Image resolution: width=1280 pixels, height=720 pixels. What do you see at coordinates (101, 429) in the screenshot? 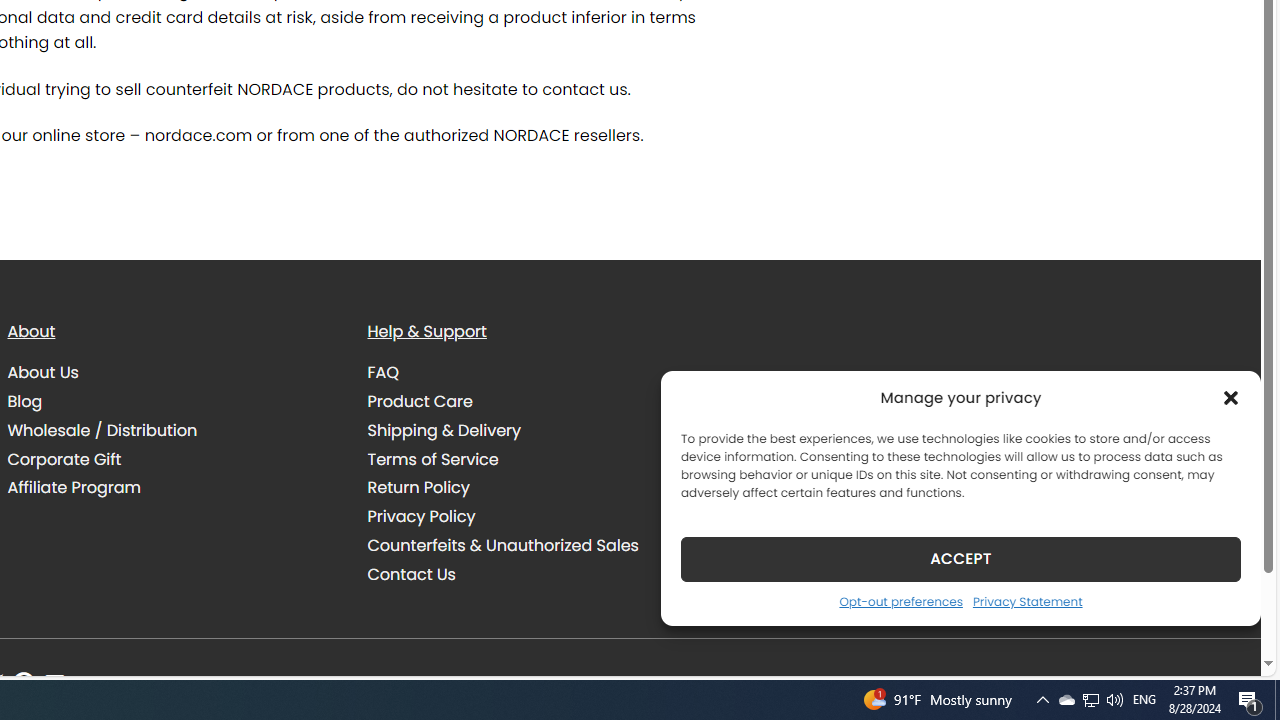
I see `'Wholesale / Distribution'` at bounding box center [101, 429].